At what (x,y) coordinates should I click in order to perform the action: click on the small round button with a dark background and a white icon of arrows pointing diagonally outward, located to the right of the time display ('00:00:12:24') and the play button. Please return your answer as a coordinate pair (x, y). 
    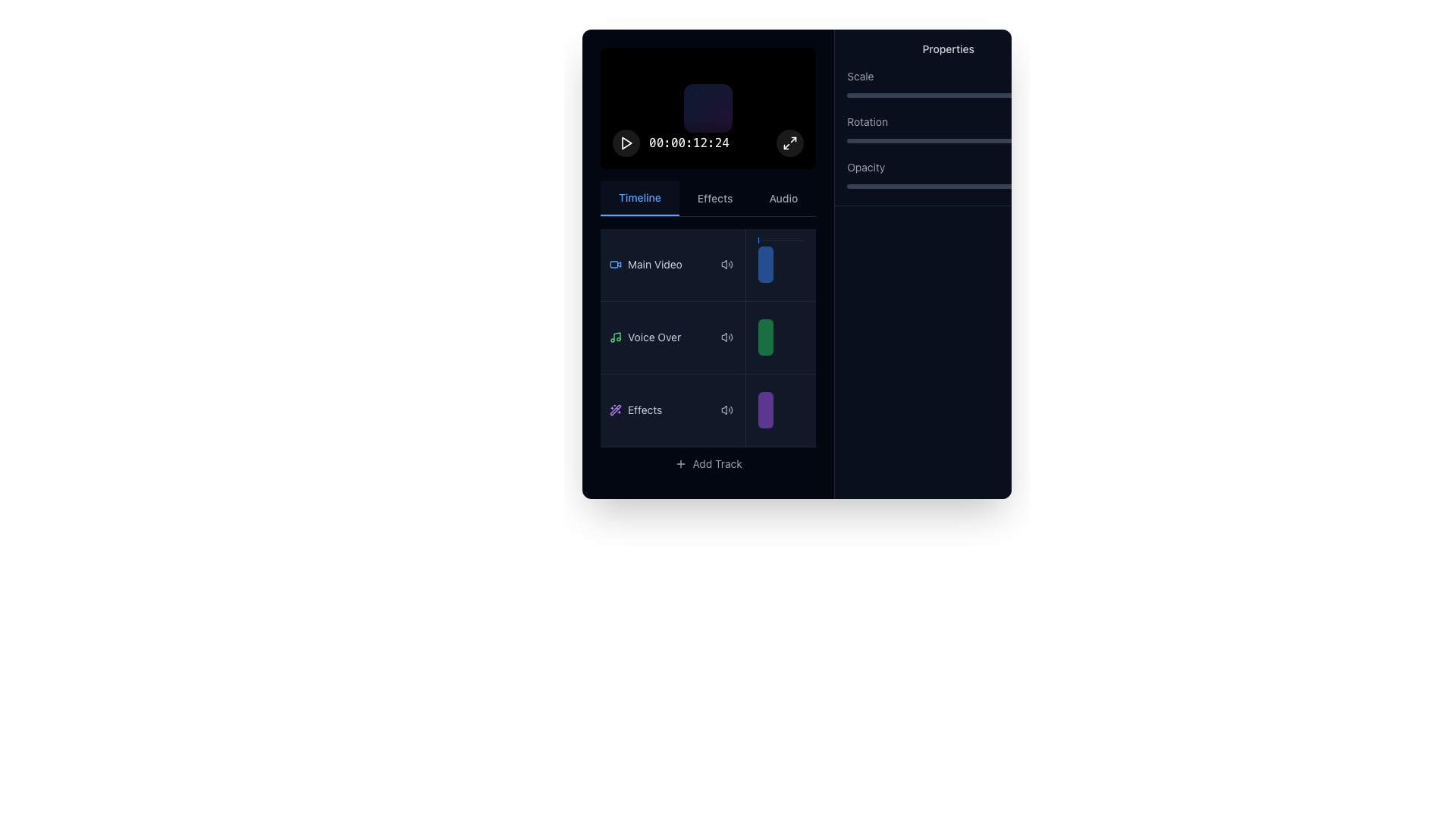
    Looking at the image, I should click on (789, 143).